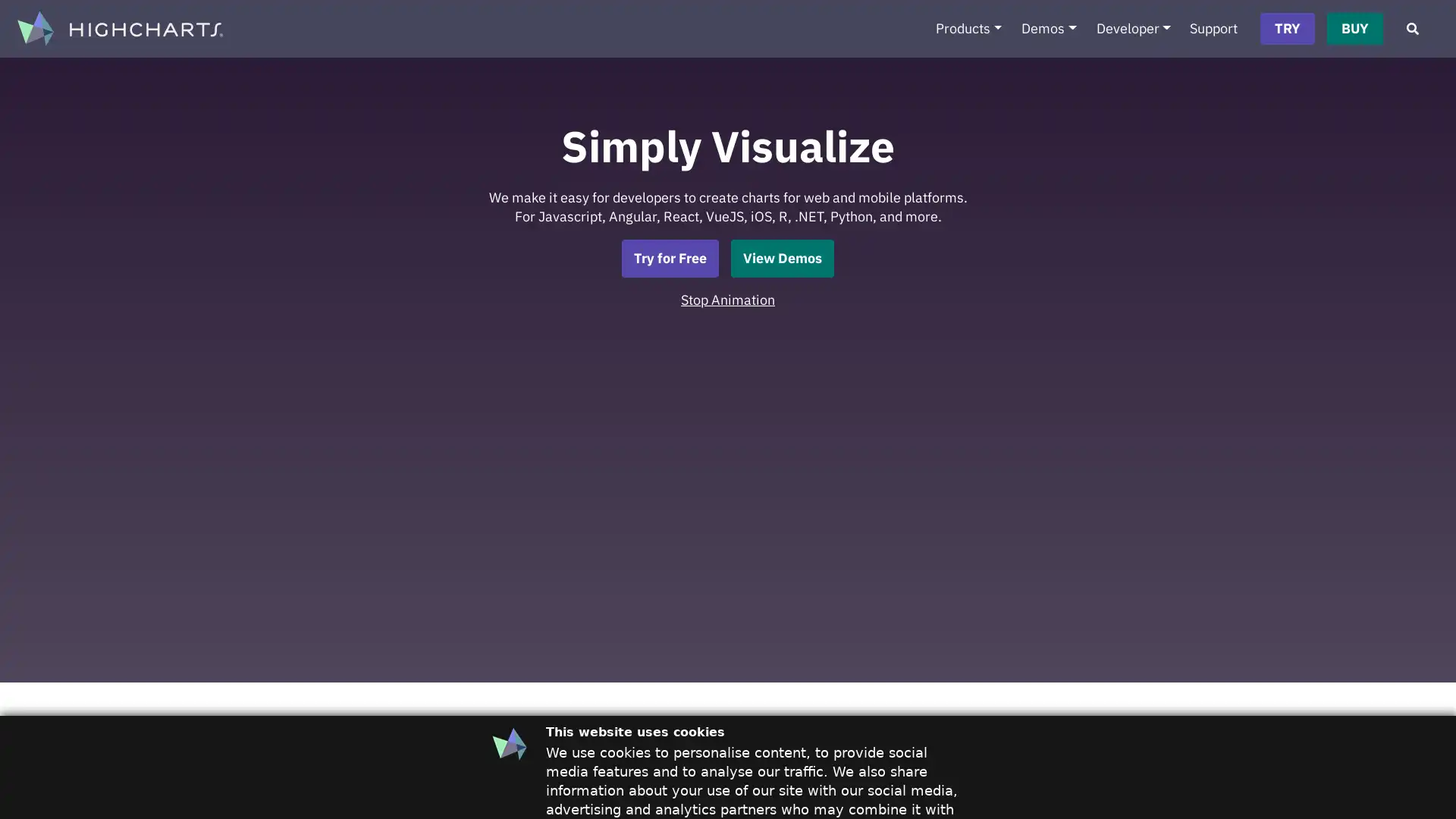 The height and width of the screenshot is (819, 1456). Describe the element at coordinates (1411, 29) in the screenshot. I see `Open search field` at that location.